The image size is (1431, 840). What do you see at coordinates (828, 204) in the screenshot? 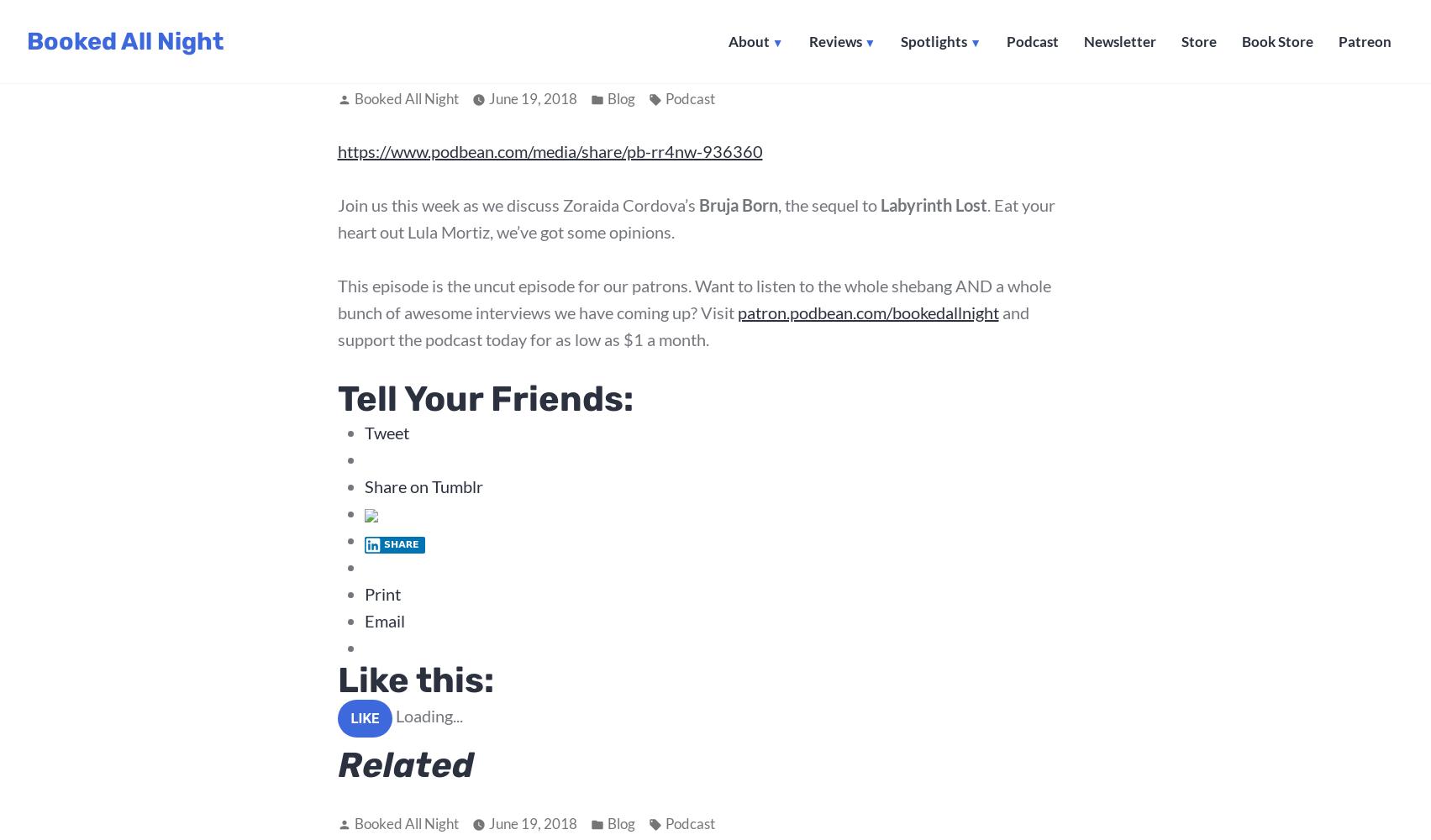
I see `', the sequel to'` at bounding box center [828, 204].